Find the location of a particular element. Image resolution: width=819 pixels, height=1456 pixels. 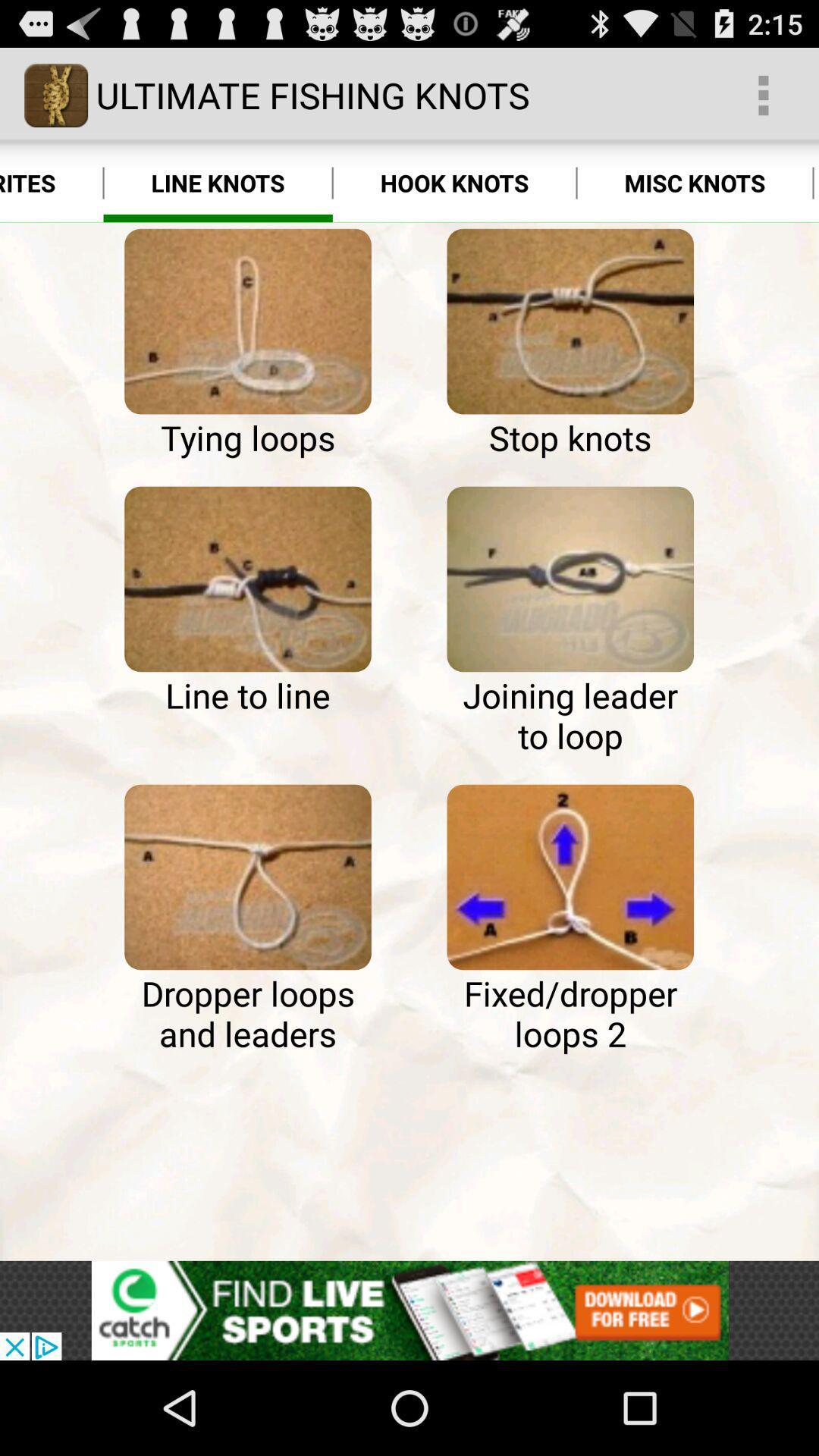

adverts is located at coordinates (409, 1310).